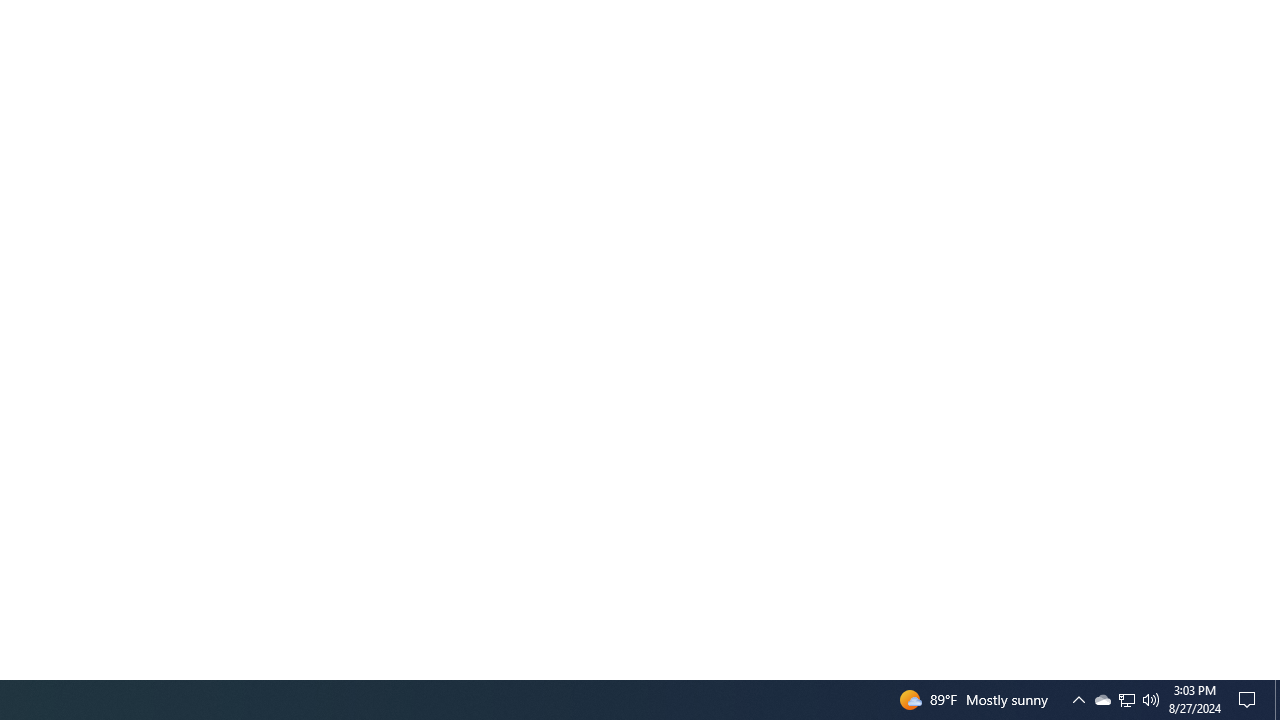  I want to click on 'Notification Chevron', so click(1078, 698).